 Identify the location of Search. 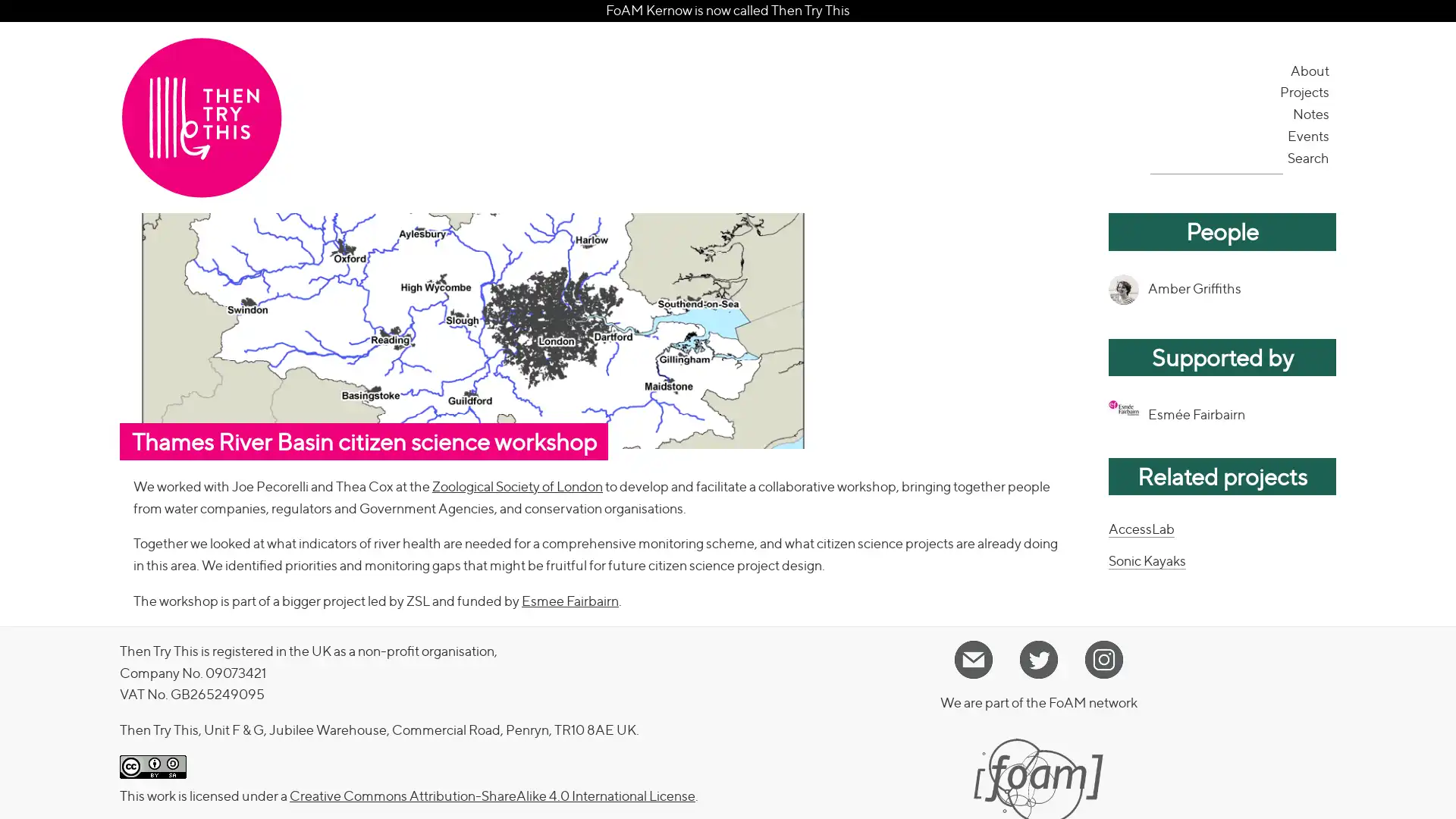
(1309, 157).